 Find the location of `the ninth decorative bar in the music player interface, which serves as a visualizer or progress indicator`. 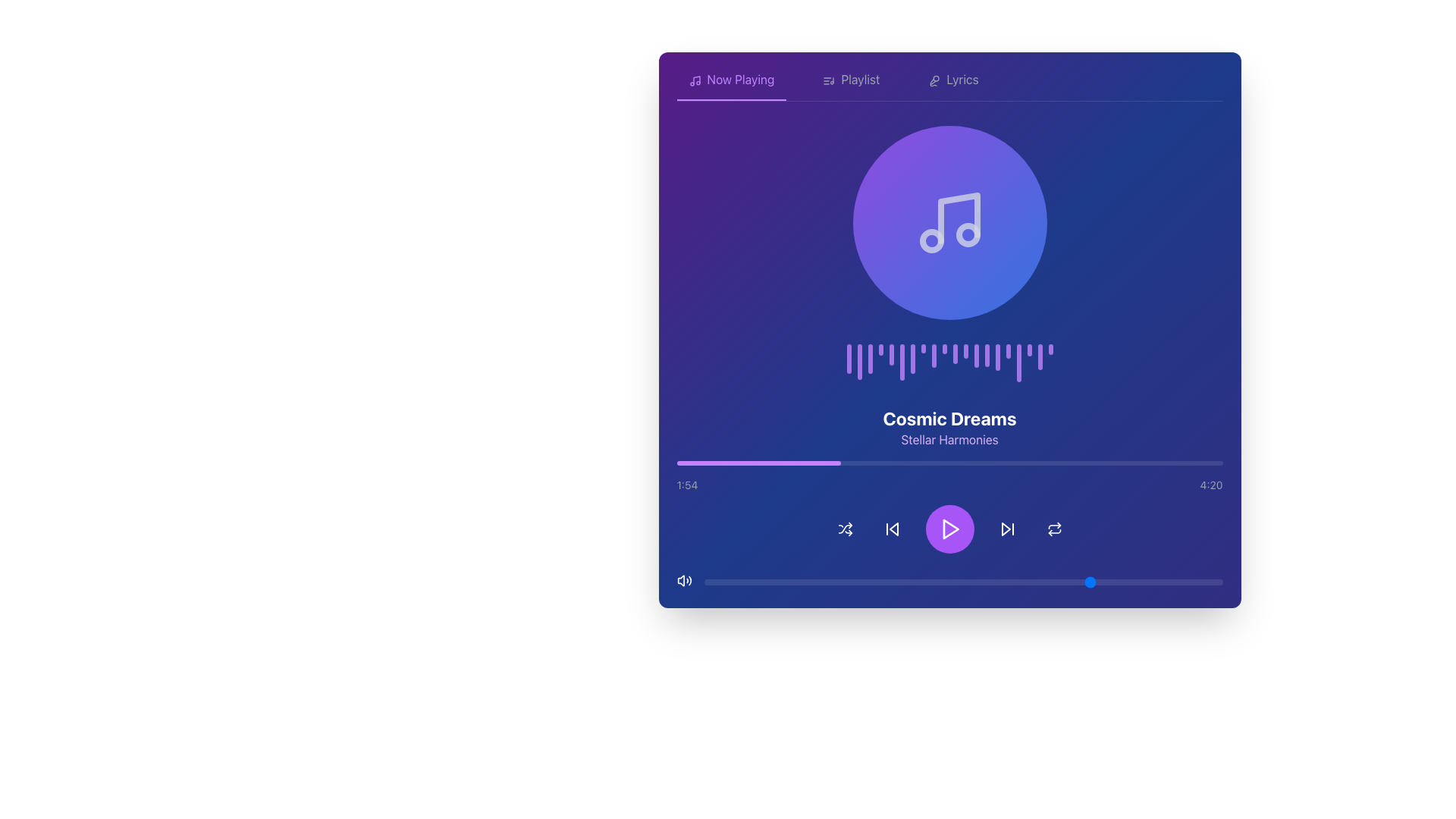

the ninth decorative bar in the music player interface, which serves as a visualizer or progress indicator is located at coordinates (933, 356).